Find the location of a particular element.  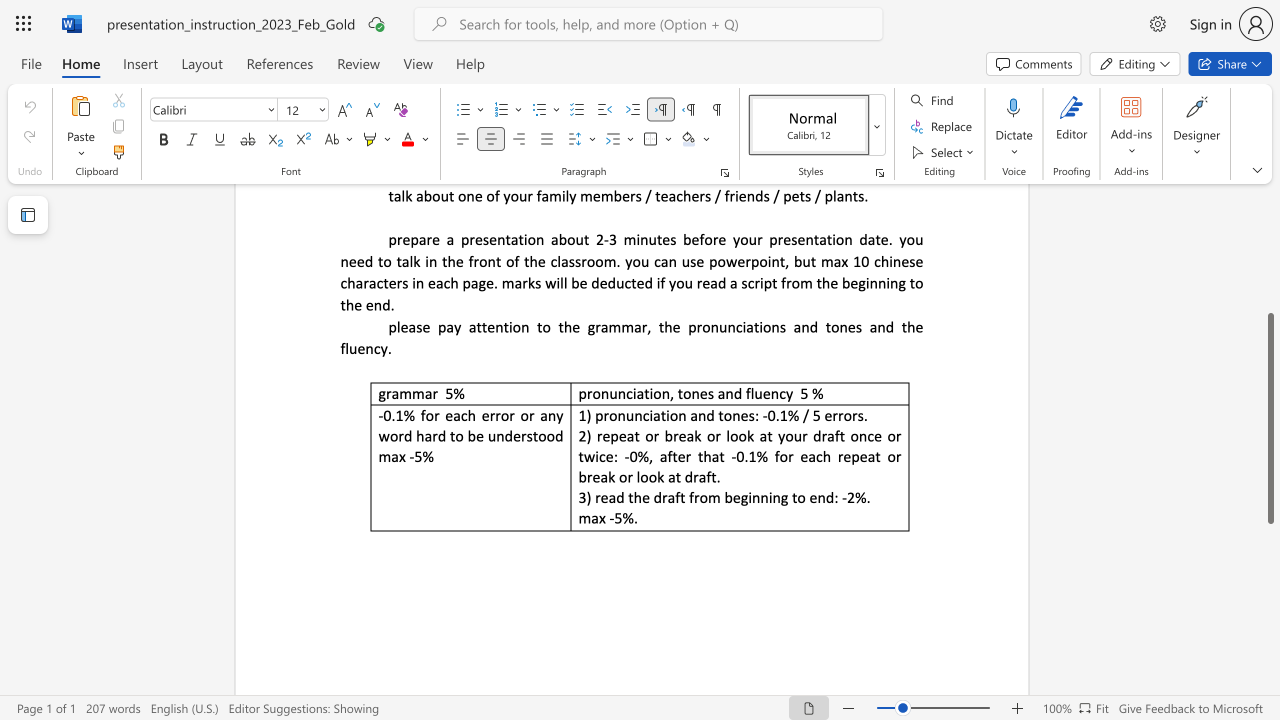

the scrollbar to scroll the page up is located at coordinates (1269, 238).